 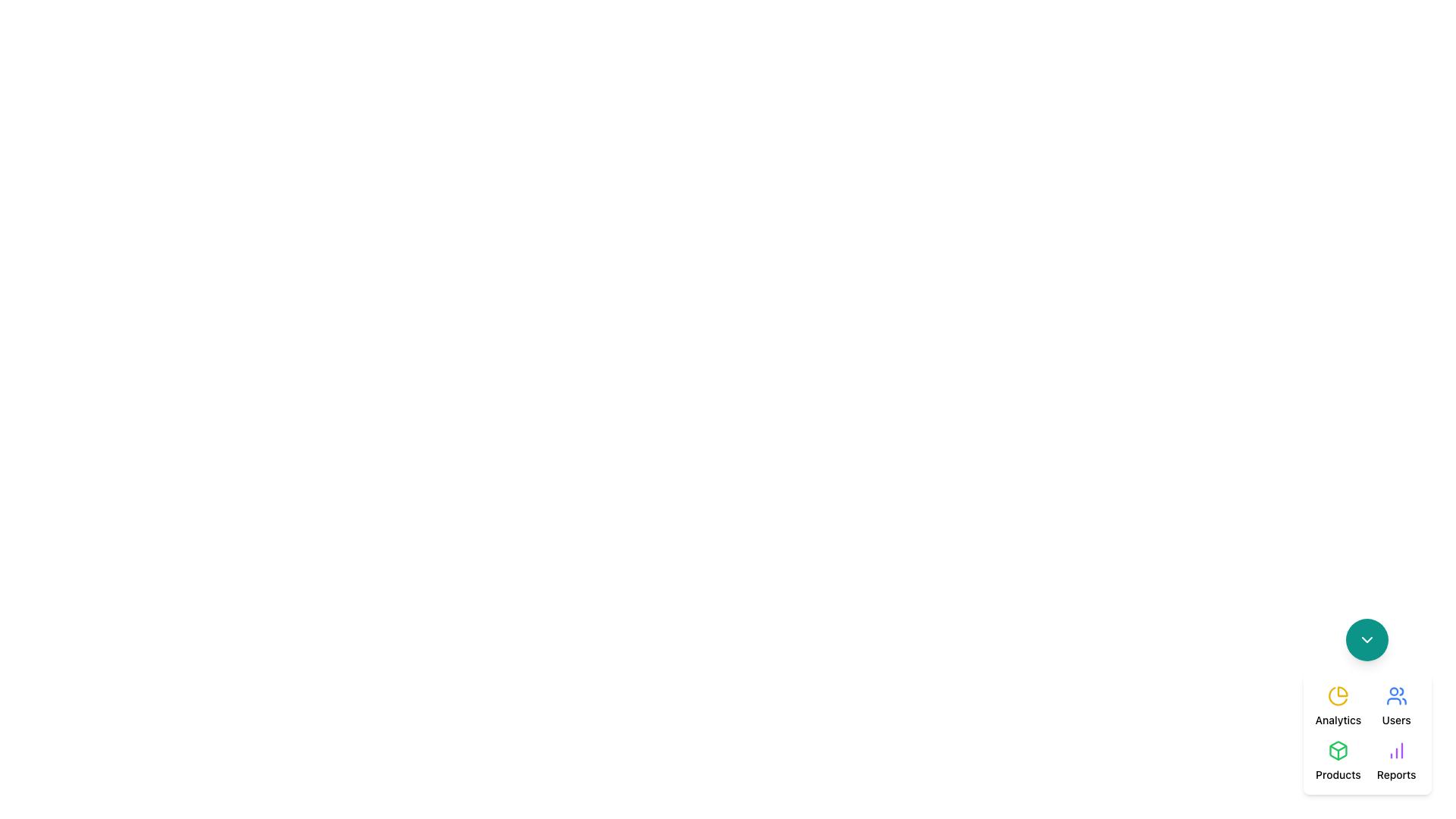 What do you see at coordinates (1395, 775) in the screenshot?
I see `the 'Reports' text label located below the purple bar chart icon in the bottom-right corner of the interface` at bounding box center [1395, 775].